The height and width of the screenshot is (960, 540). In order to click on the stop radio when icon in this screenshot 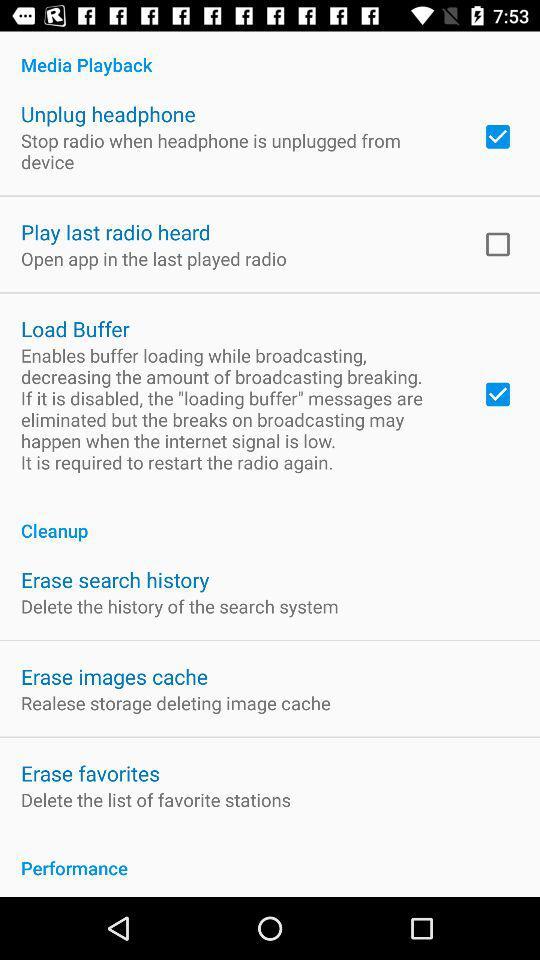, I will do `click(238, 150)`.